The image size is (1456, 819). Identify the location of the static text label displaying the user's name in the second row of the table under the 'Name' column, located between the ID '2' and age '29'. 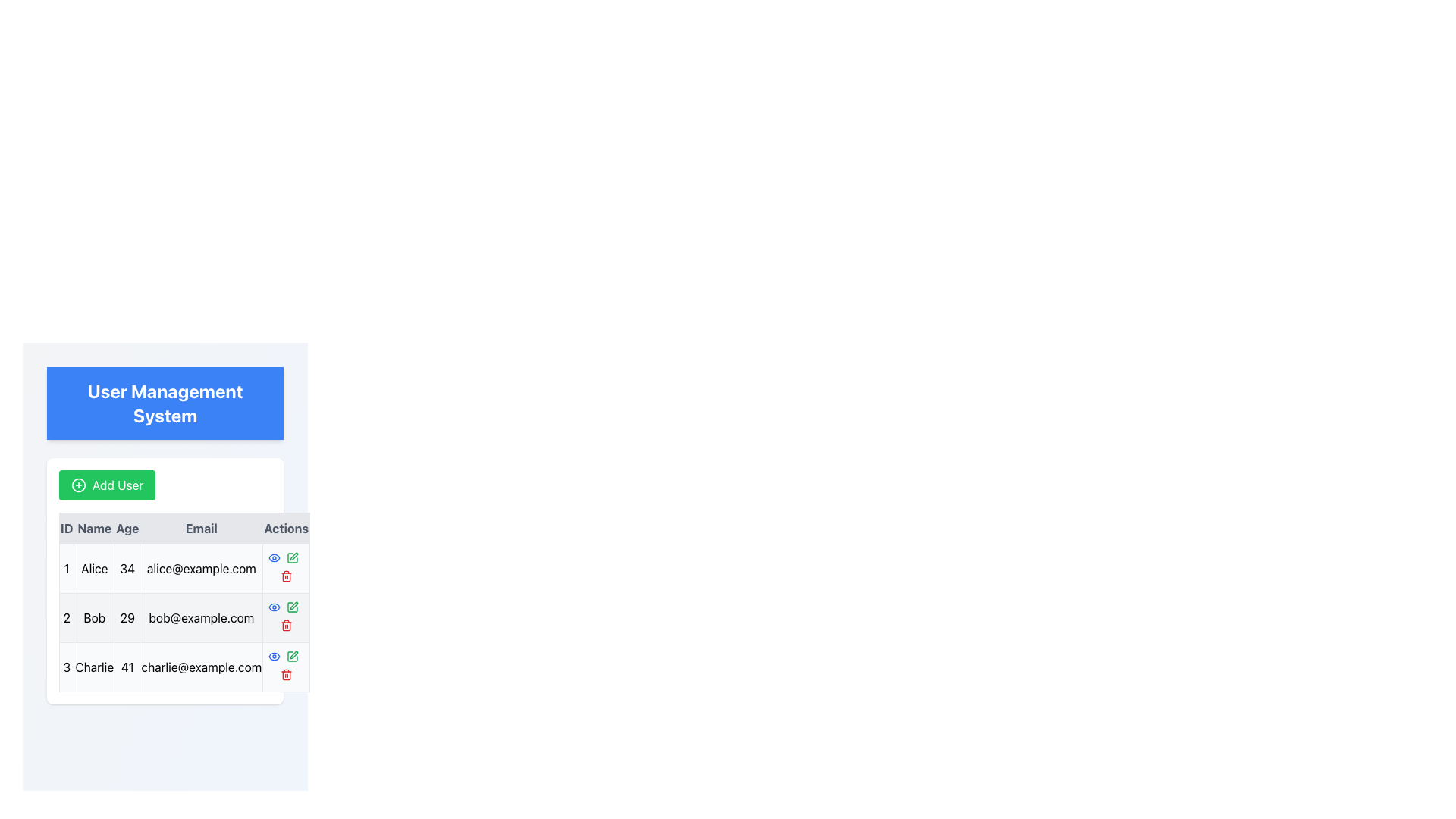
(93, 617).